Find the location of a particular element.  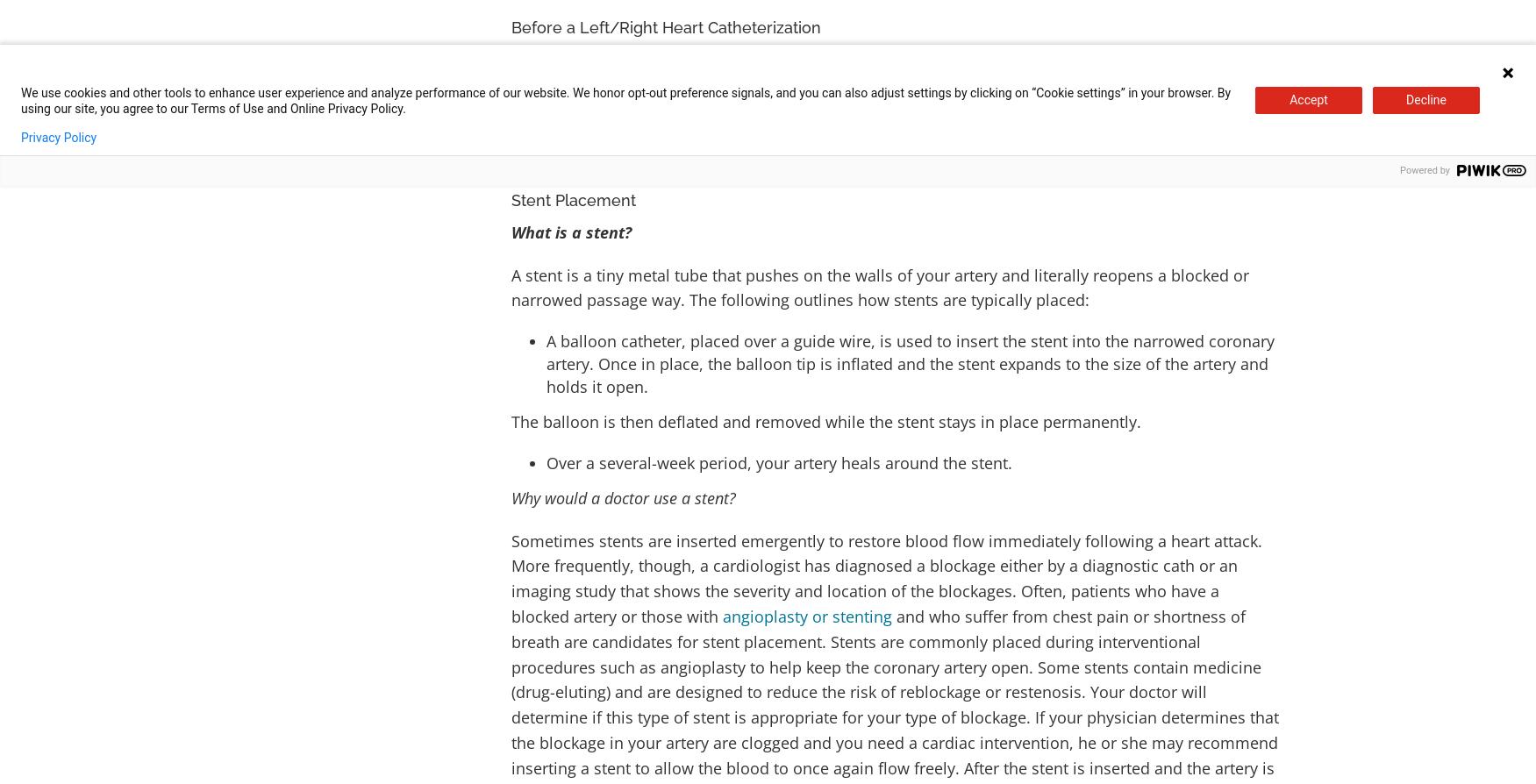

'angioplasty or stenting' is located at coordinates (806, 614).